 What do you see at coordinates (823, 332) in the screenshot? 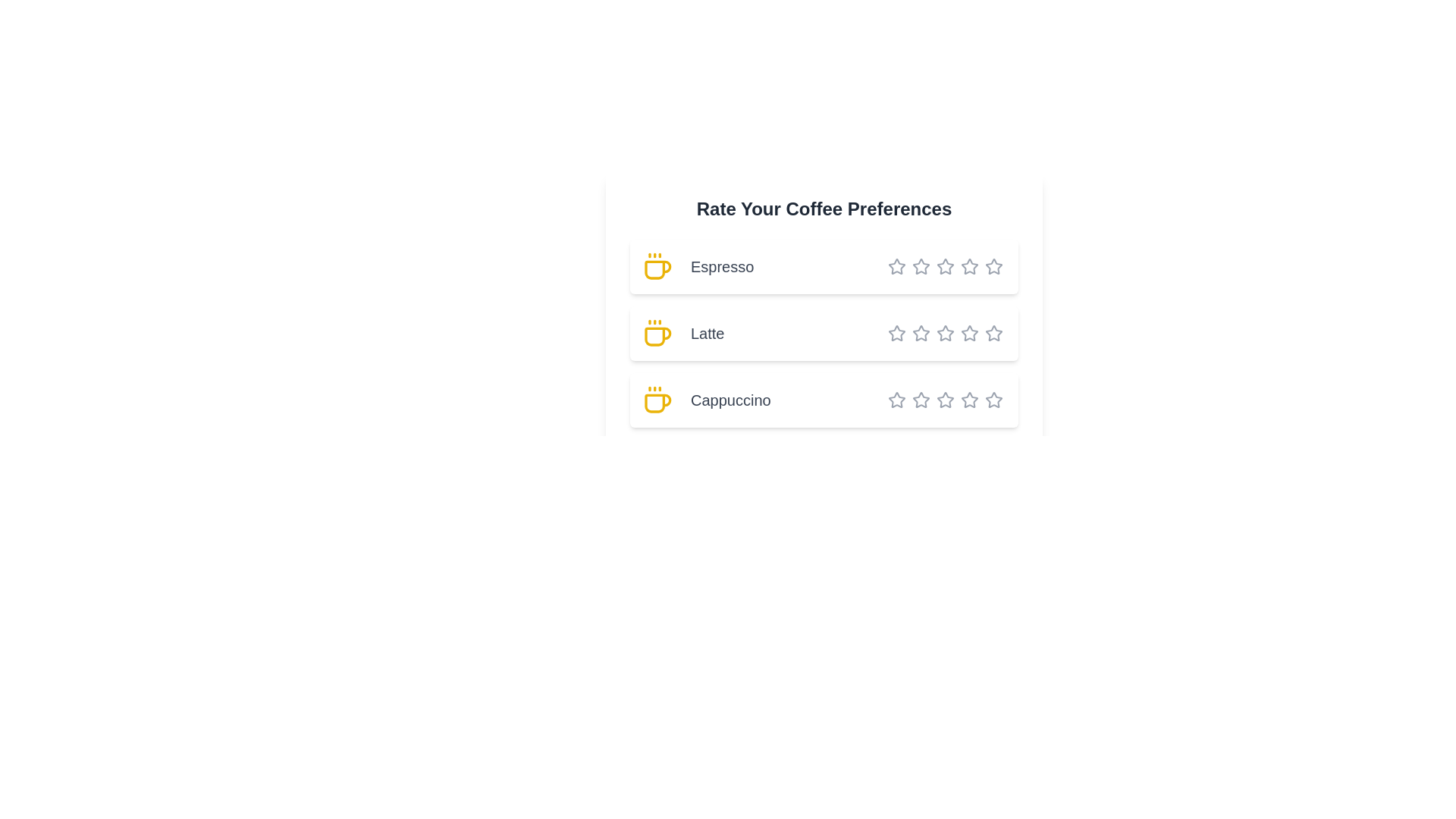
I see `the coffee name Latte to select the text` at bounding box center [823, 332].